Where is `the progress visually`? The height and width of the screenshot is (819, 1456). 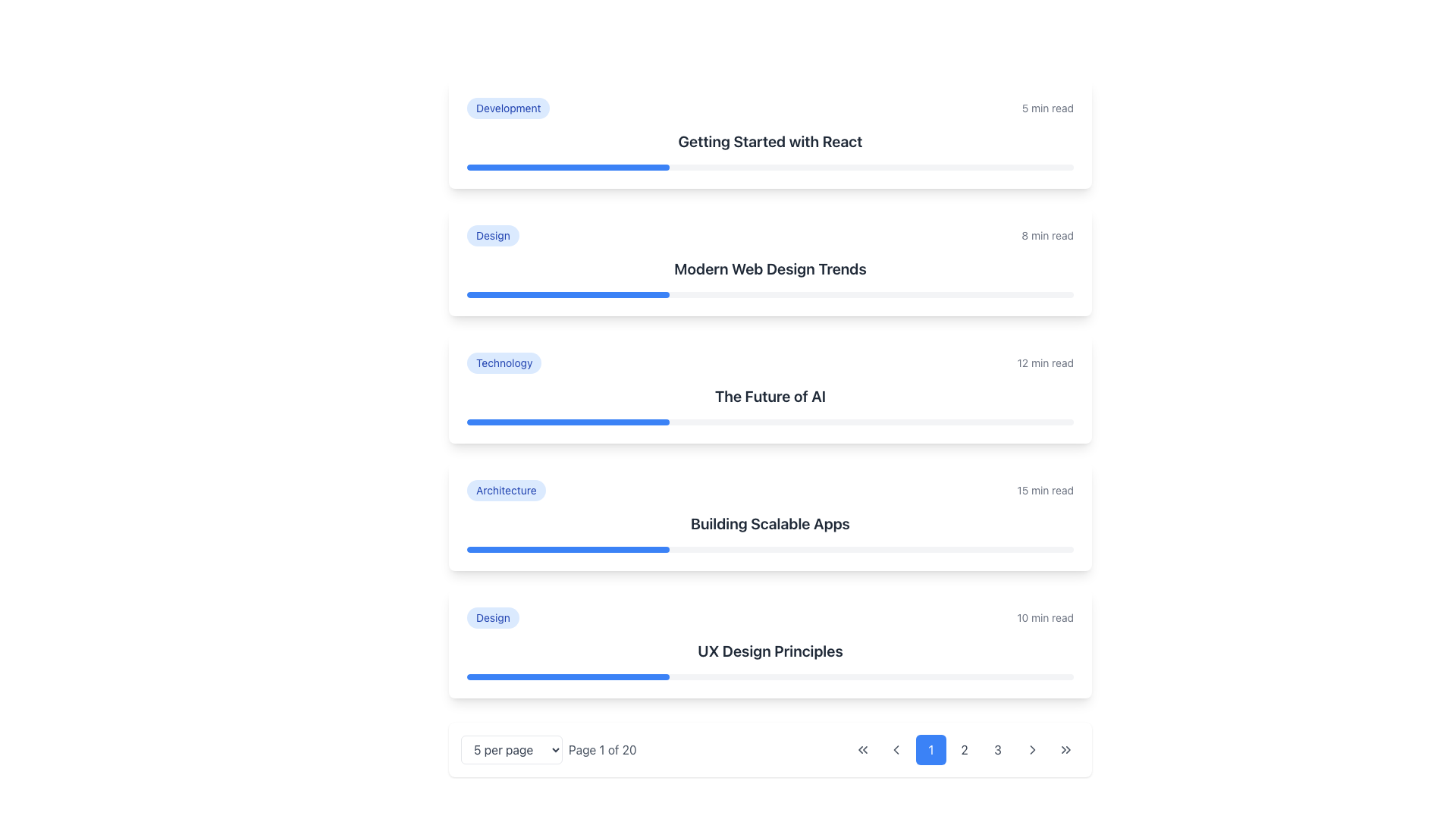
the progress visually is located at coordinates (567, 676).